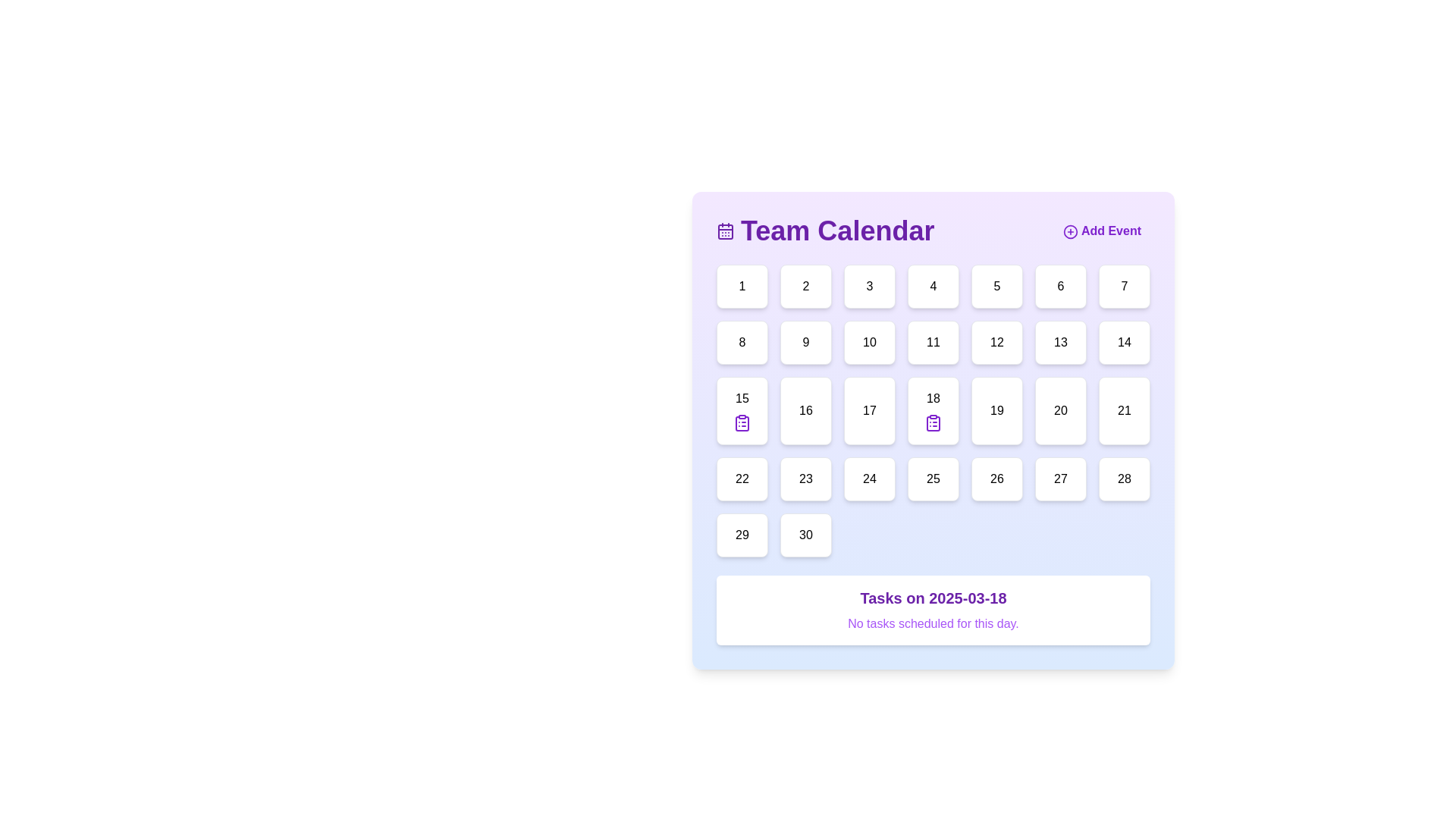 The width and height of the screenshot is (1456, 819). I want to click on information displayed in the feedback panel summarizing tasks for March 18th, 2025, which states there are no tasks scheduled, so click(932, 610).